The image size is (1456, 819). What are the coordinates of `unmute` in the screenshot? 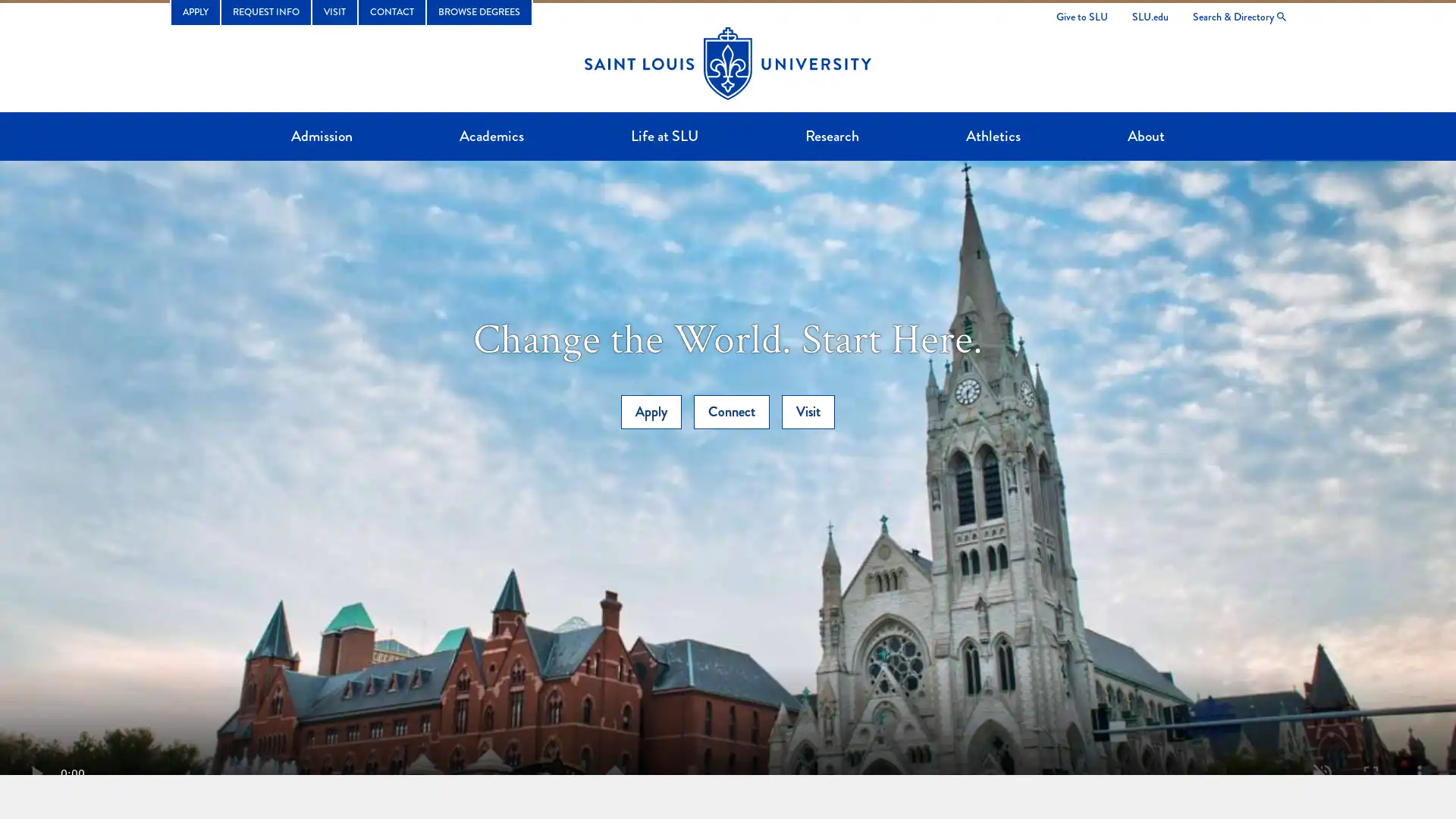 It's located at (1321, 773).